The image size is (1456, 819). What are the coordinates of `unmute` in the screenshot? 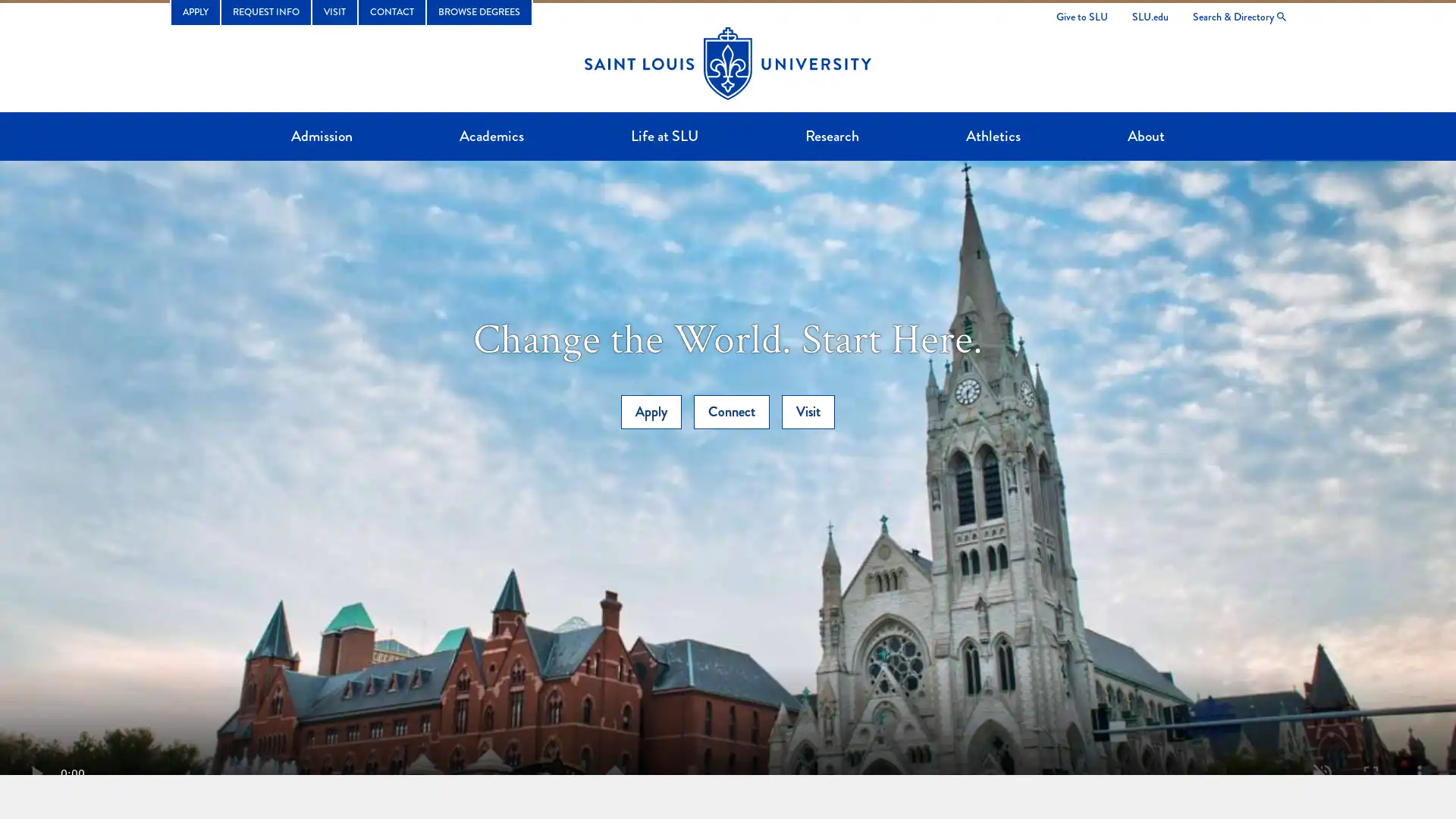 It's located at (1321, 773).